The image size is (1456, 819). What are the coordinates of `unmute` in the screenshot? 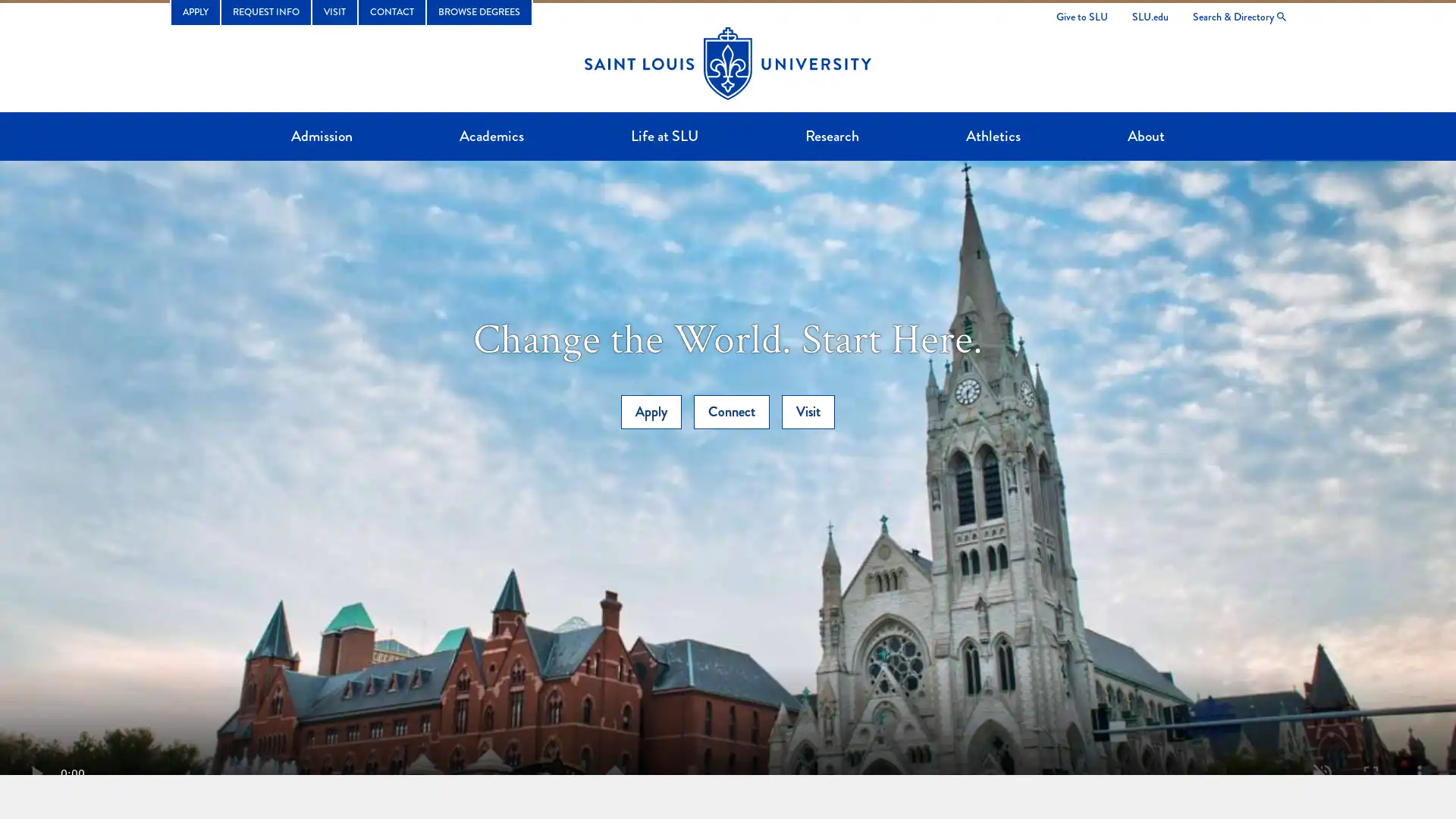 It's located at (1321, 773).